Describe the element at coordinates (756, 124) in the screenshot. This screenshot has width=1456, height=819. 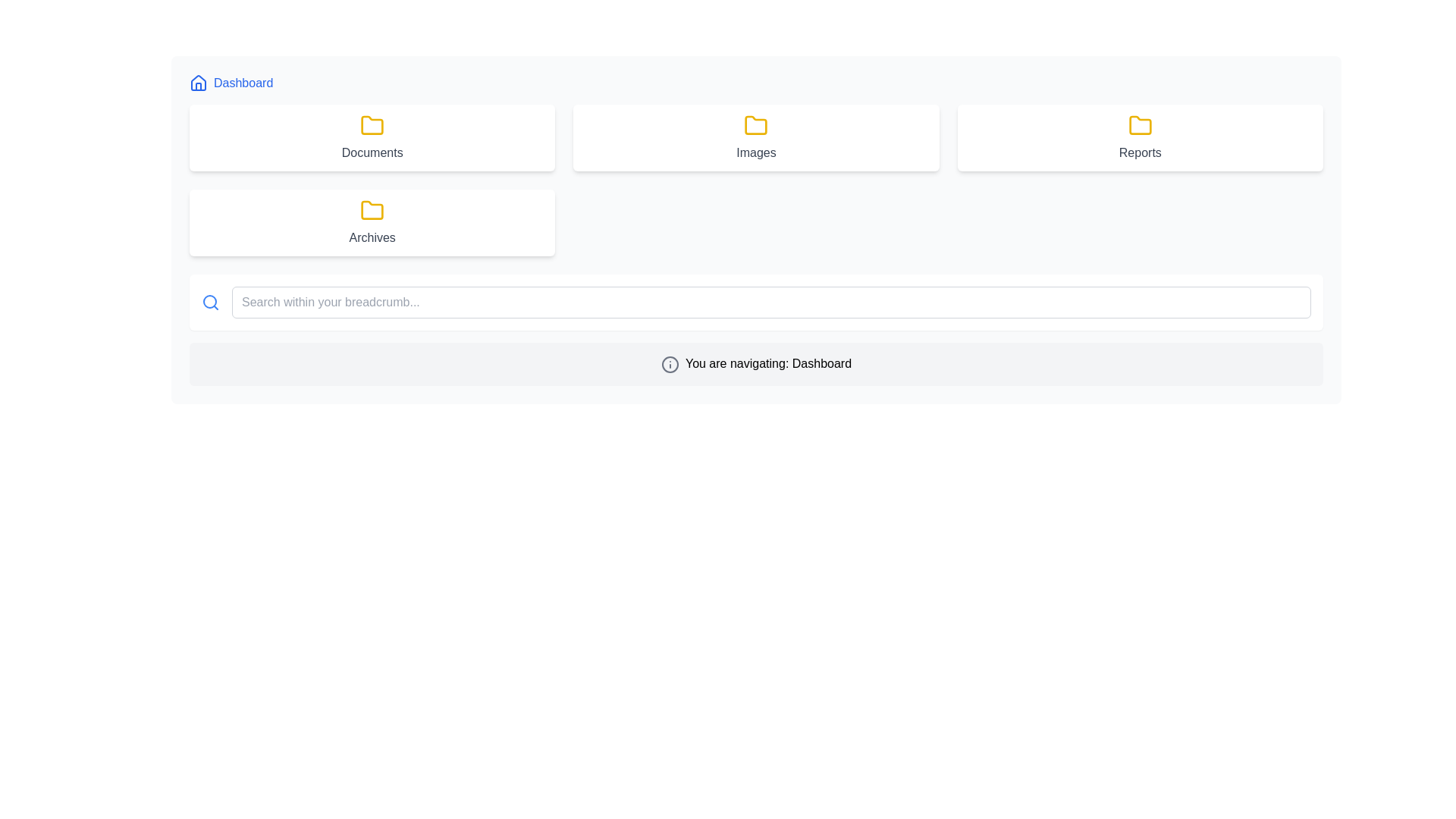
I see `the yellow folder icon located in the 'Images' section` at that location.